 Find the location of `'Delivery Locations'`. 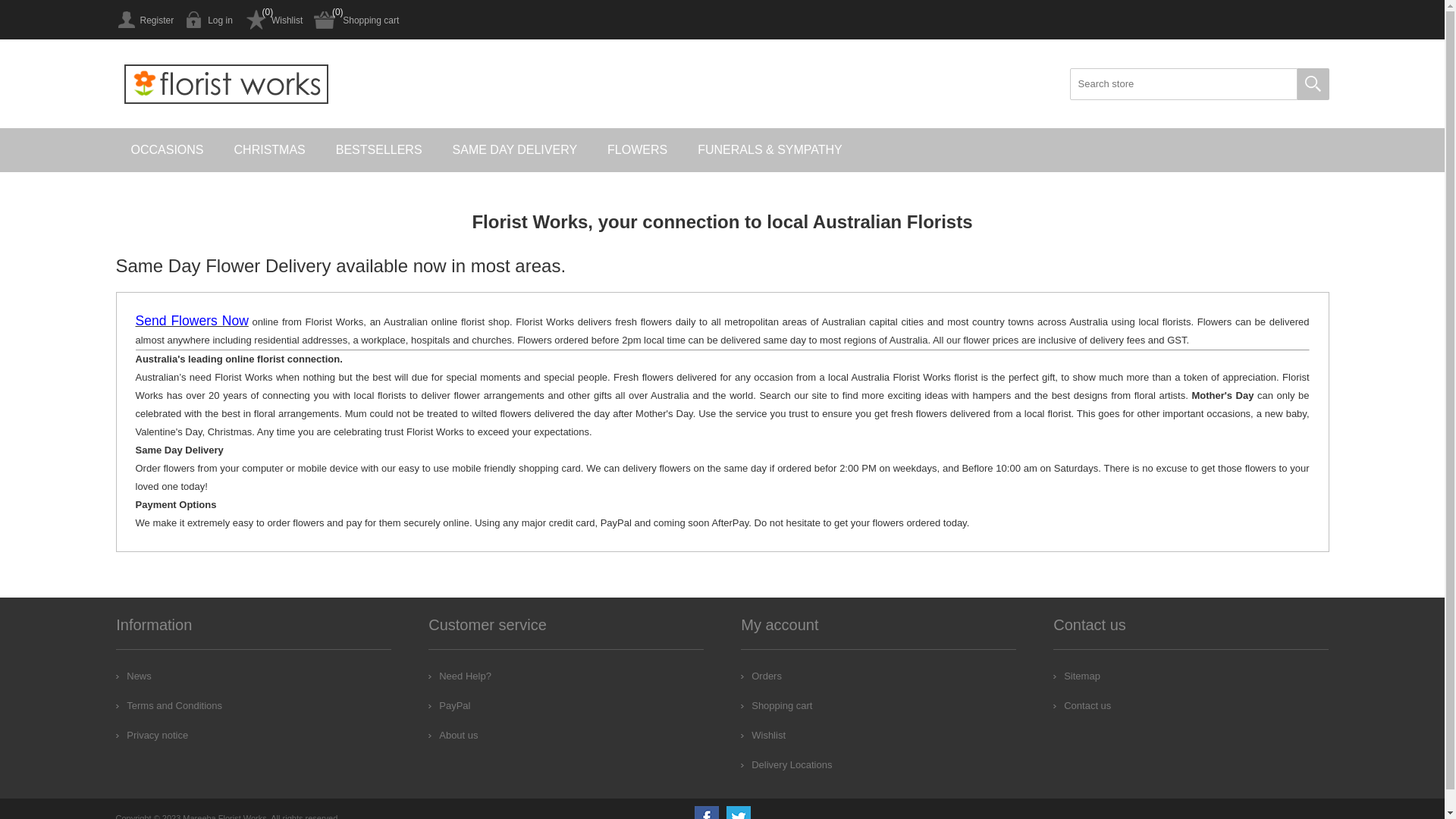

'Delivery Locations' is located at coordinates (741, 764).